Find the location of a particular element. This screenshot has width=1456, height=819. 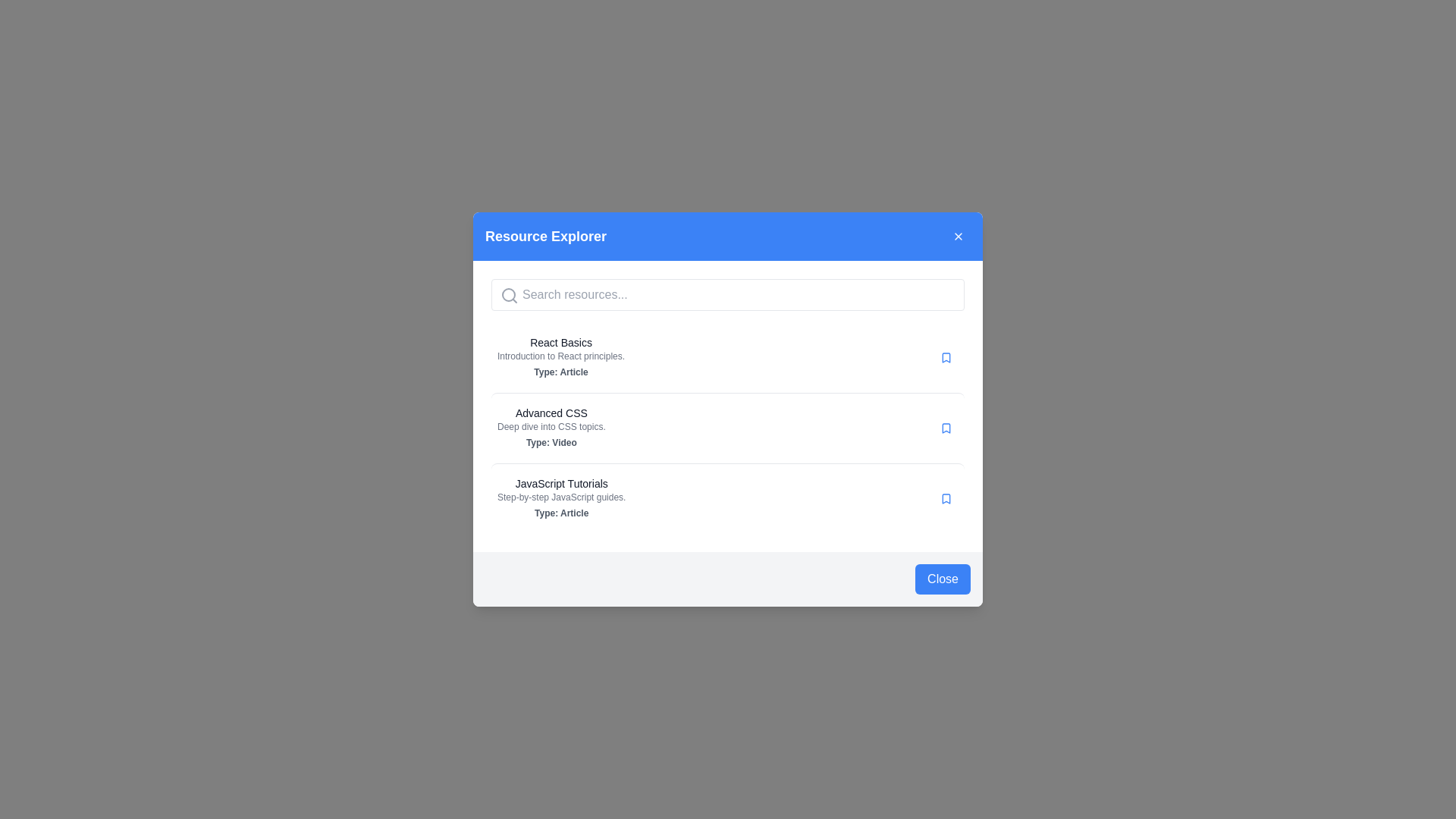

text label displaying 'React Basics' at the top of the resource list interface for information about the resource is located at coordinates (560, 342).